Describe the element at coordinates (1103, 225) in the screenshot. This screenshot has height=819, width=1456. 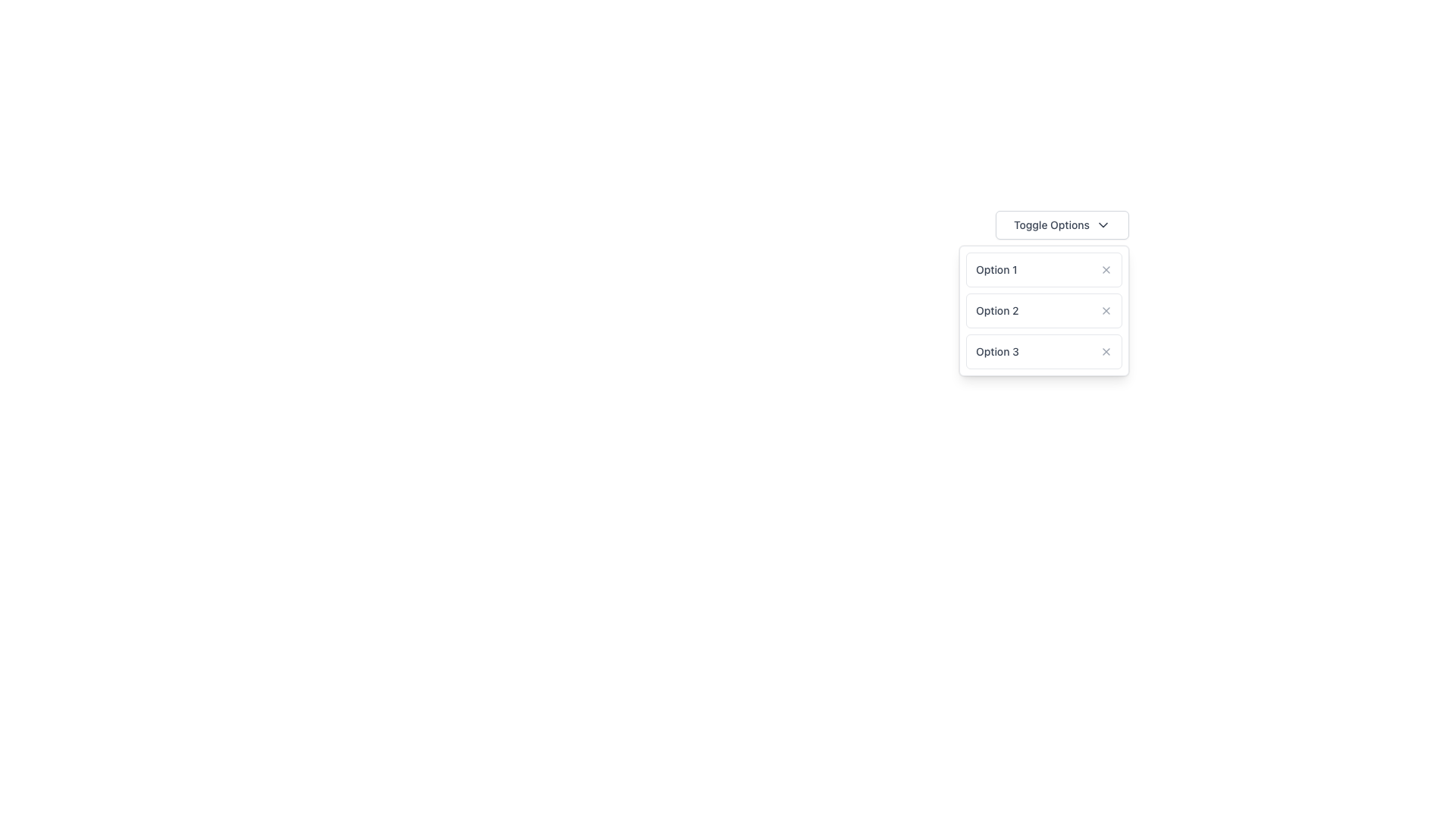
I see `the chevron icon located to the right of the 'Toggle Options' label` at that location.